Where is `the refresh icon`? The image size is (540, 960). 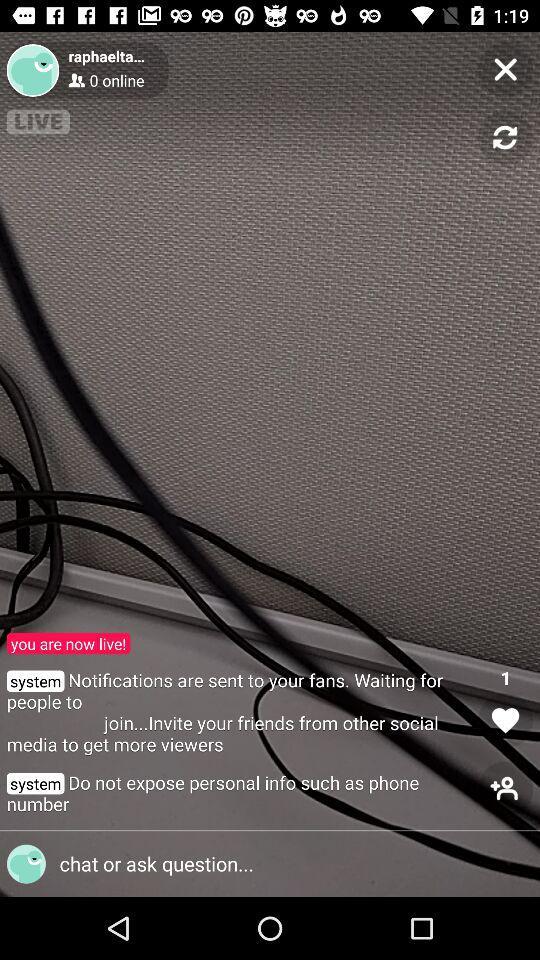 the refresh icon is located at coordinates (504, 137).